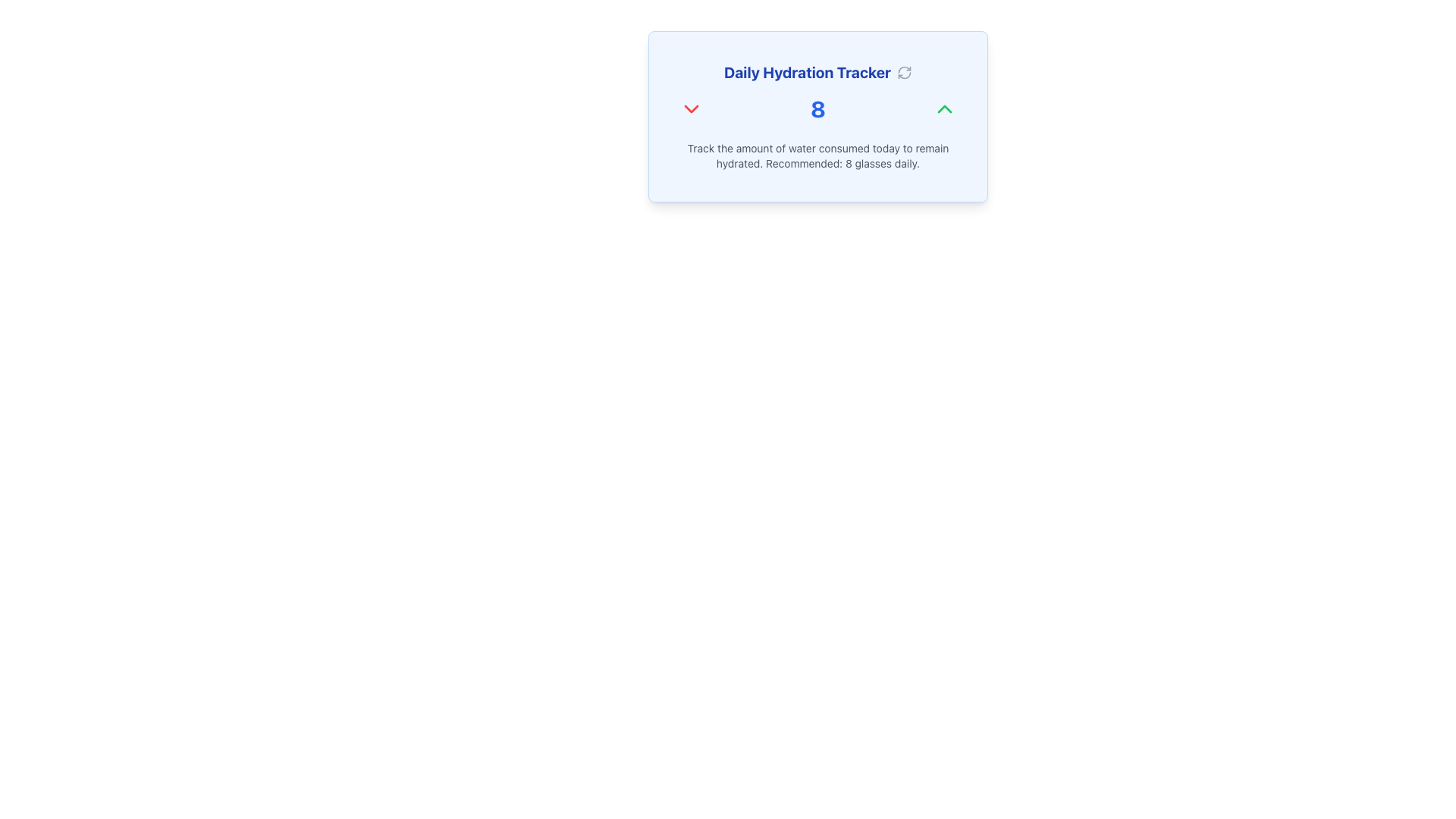 Image resolution: width=1456 pixels, height=819 pixels. I want to click on the Informational Text located at the bottom of the 'Daily Hydration Tracker' card, providing guidance on daily water intake, so click(817, 155).